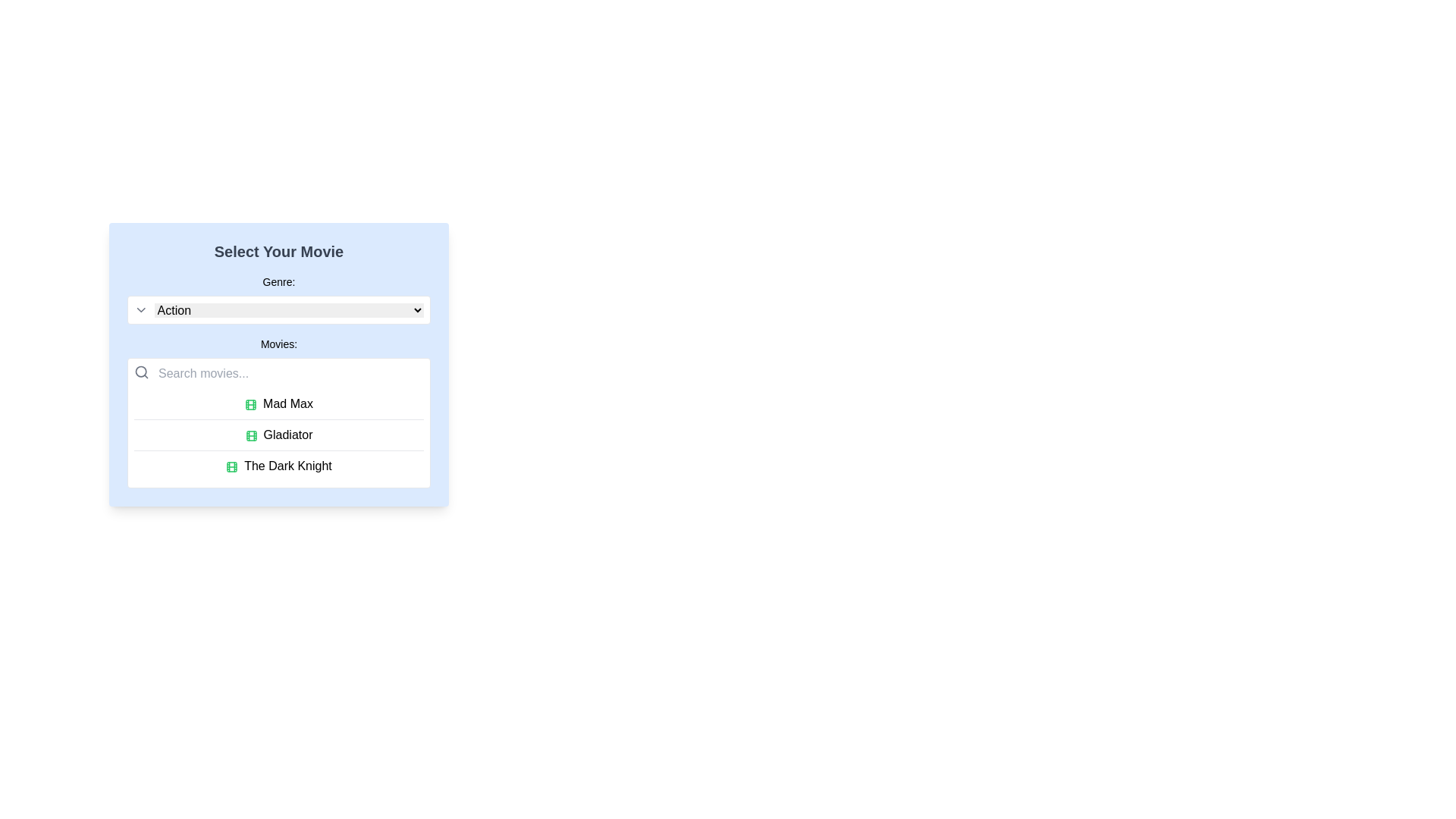  Describe the element at coordinates (231, 466) in the screenshot. I see `on the movie icon for 'The Dark Knight', which is located in the last row of the movie list` at that location.